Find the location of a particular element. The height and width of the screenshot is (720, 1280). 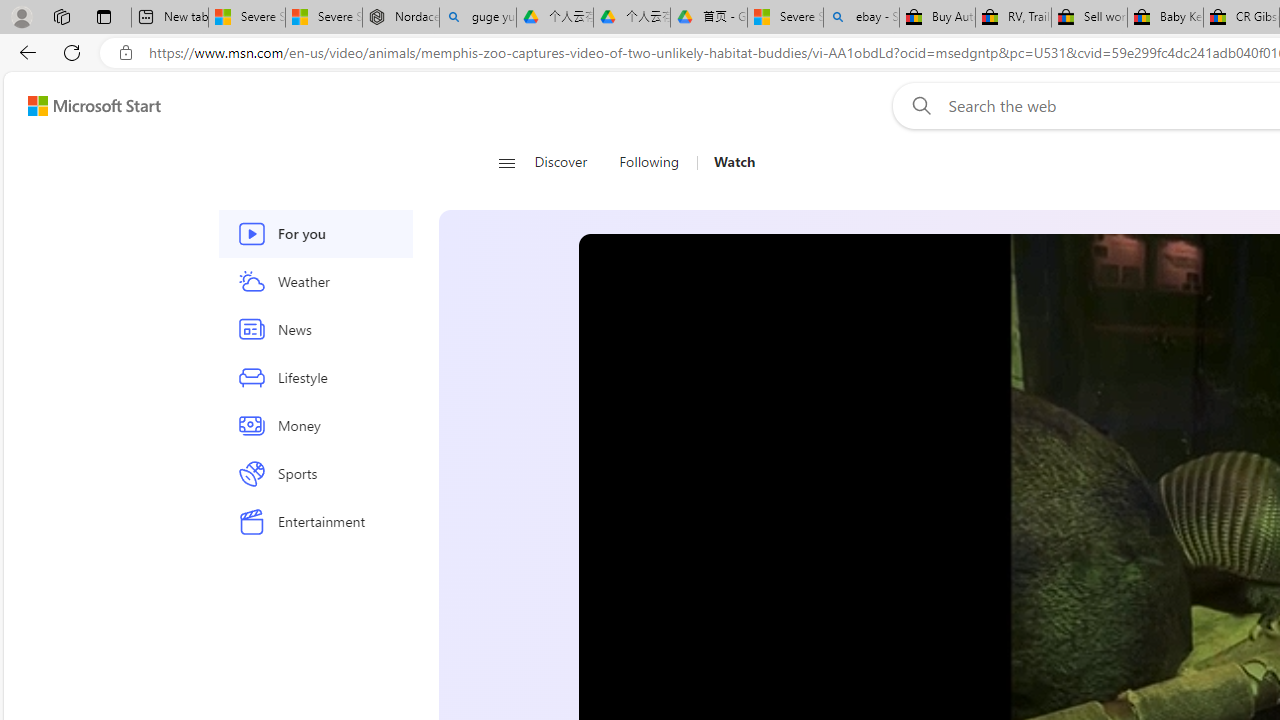

'Watch' is located at coordinates (733, 162).